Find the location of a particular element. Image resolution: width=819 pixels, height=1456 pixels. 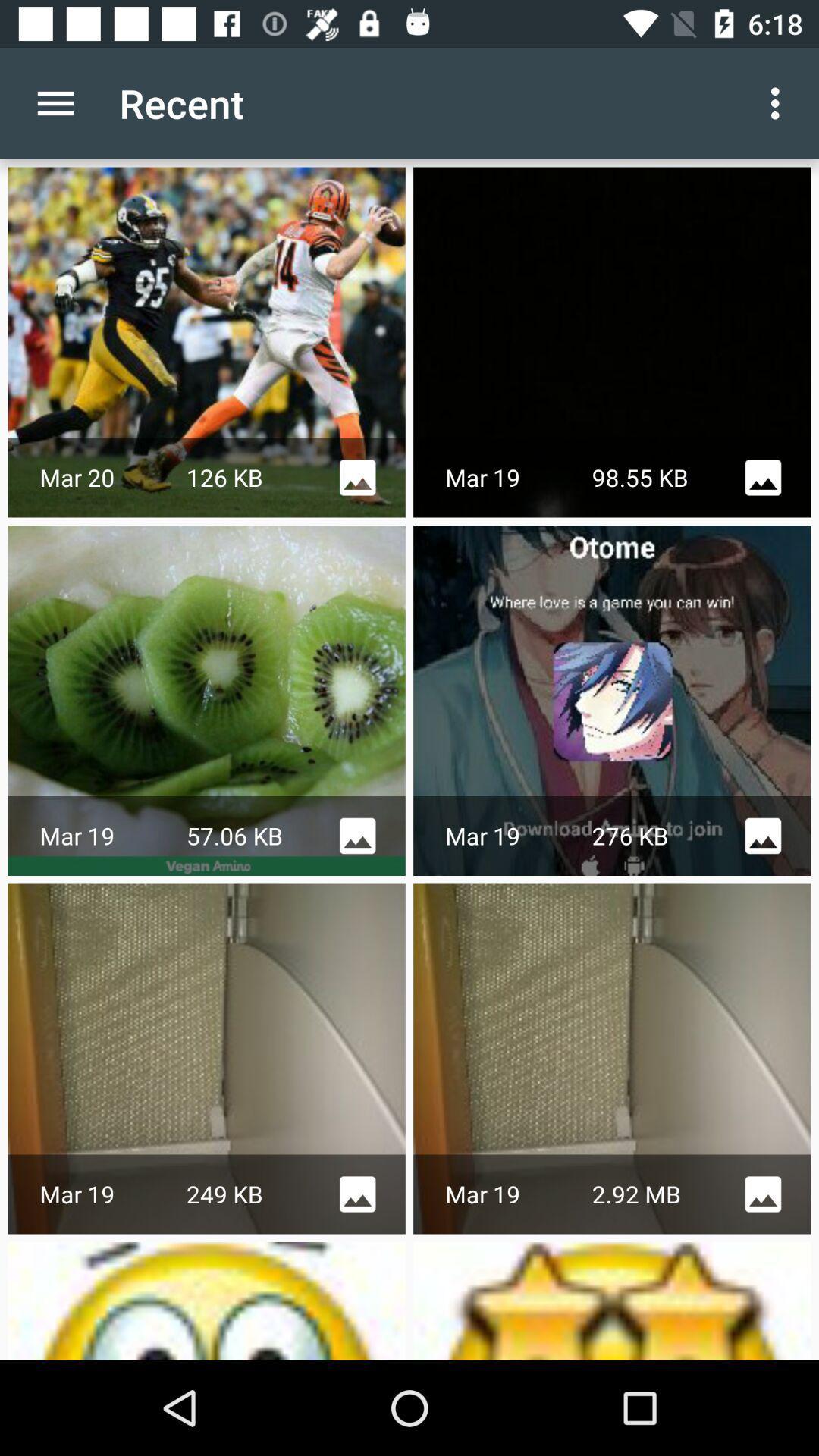

the app next to the recent icon is located at coordinates (55, 102).